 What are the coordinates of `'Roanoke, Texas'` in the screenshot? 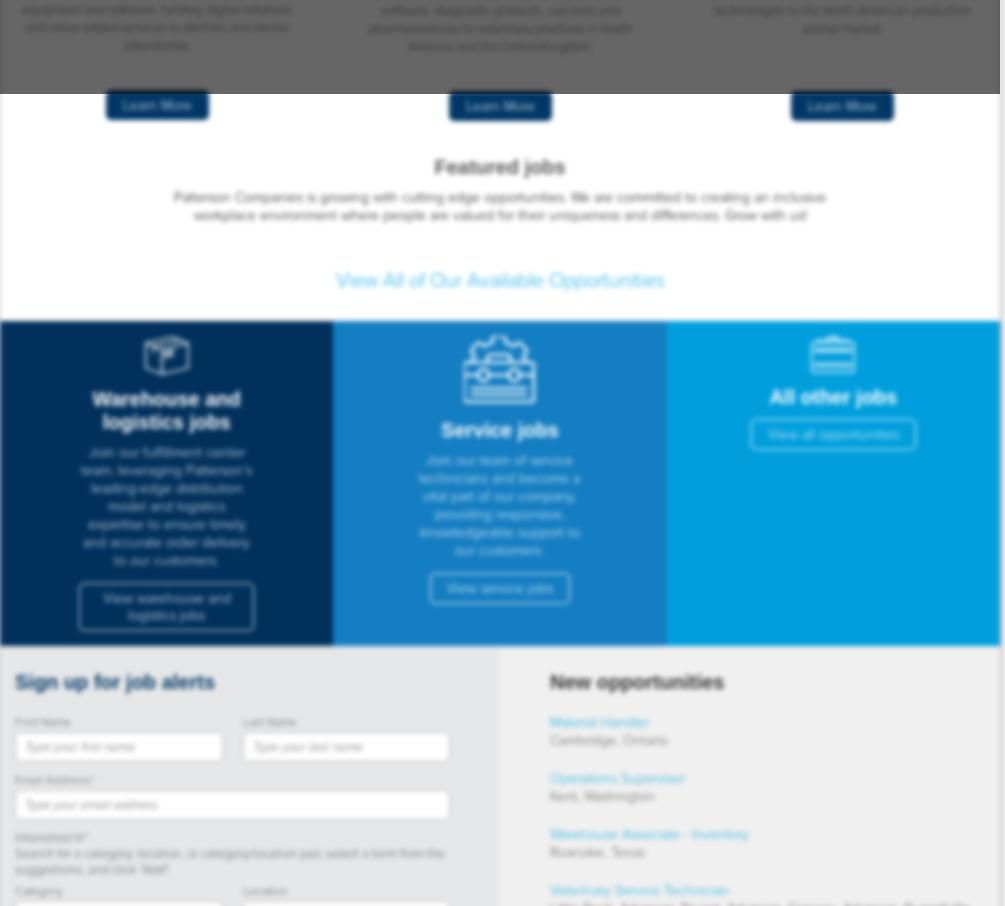 It's located at (596, 851).